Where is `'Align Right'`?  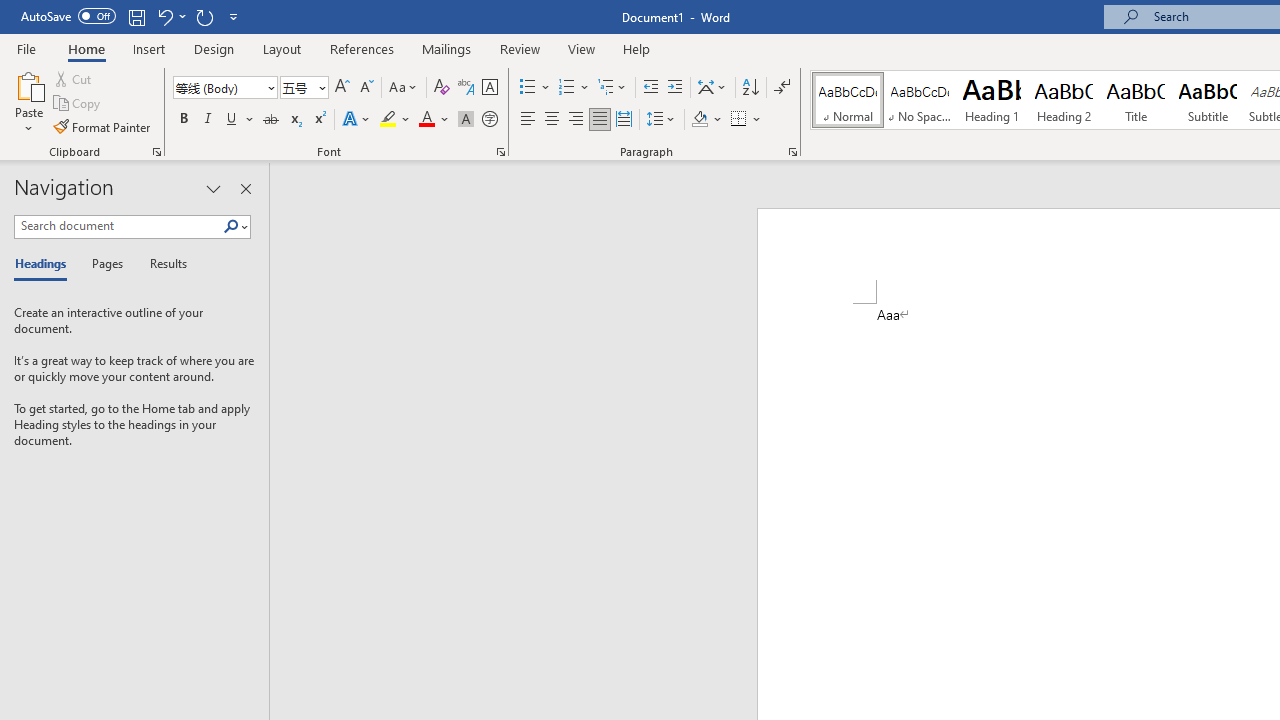 'Align Right' is located at coordinates (575, 119).